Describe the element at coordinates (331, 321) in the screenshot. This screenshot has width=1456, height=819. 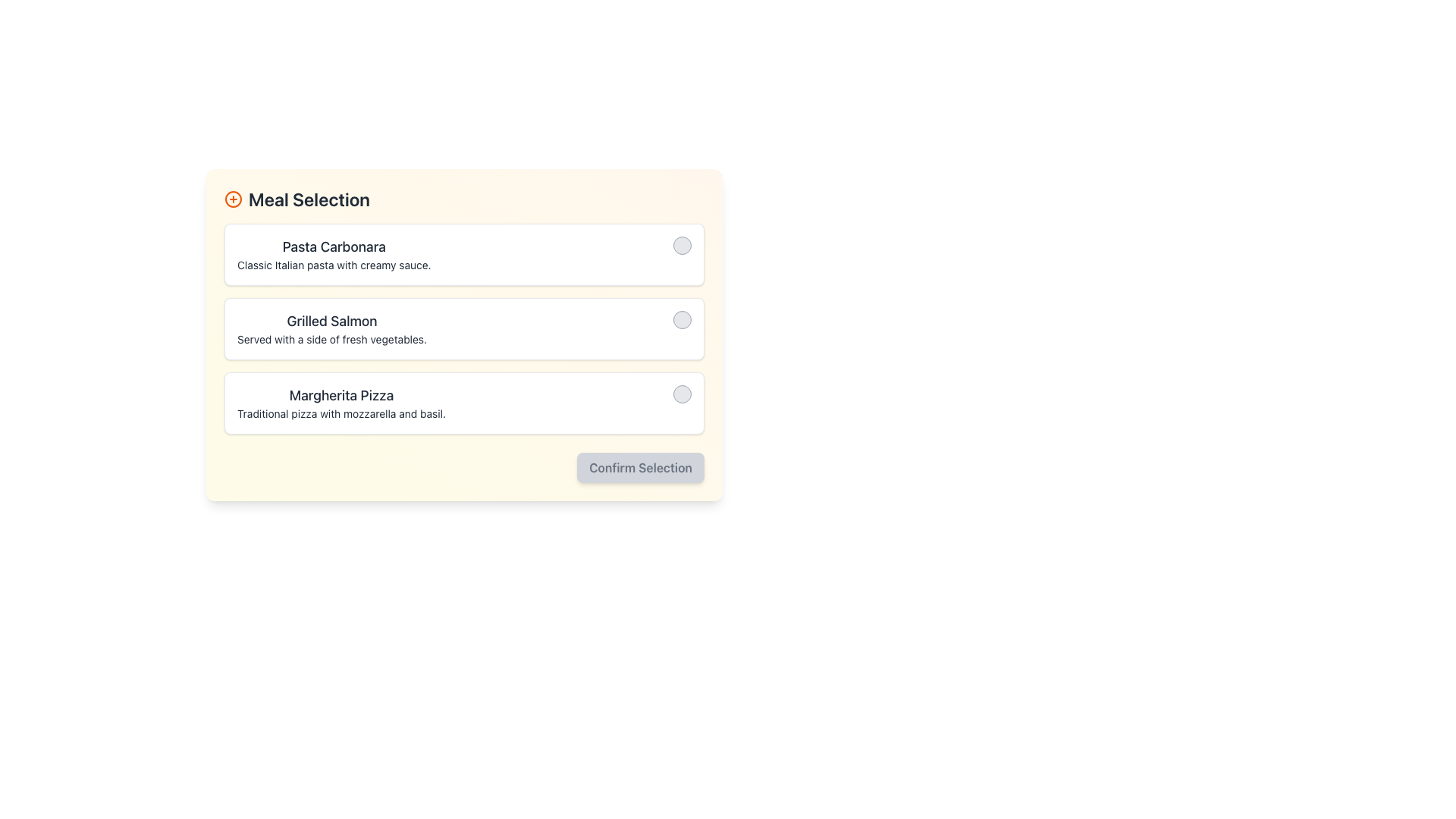
I see `the 'Grilled Salmon' text label, which displays the title of the second menu item in the meal selection interface` at that location.